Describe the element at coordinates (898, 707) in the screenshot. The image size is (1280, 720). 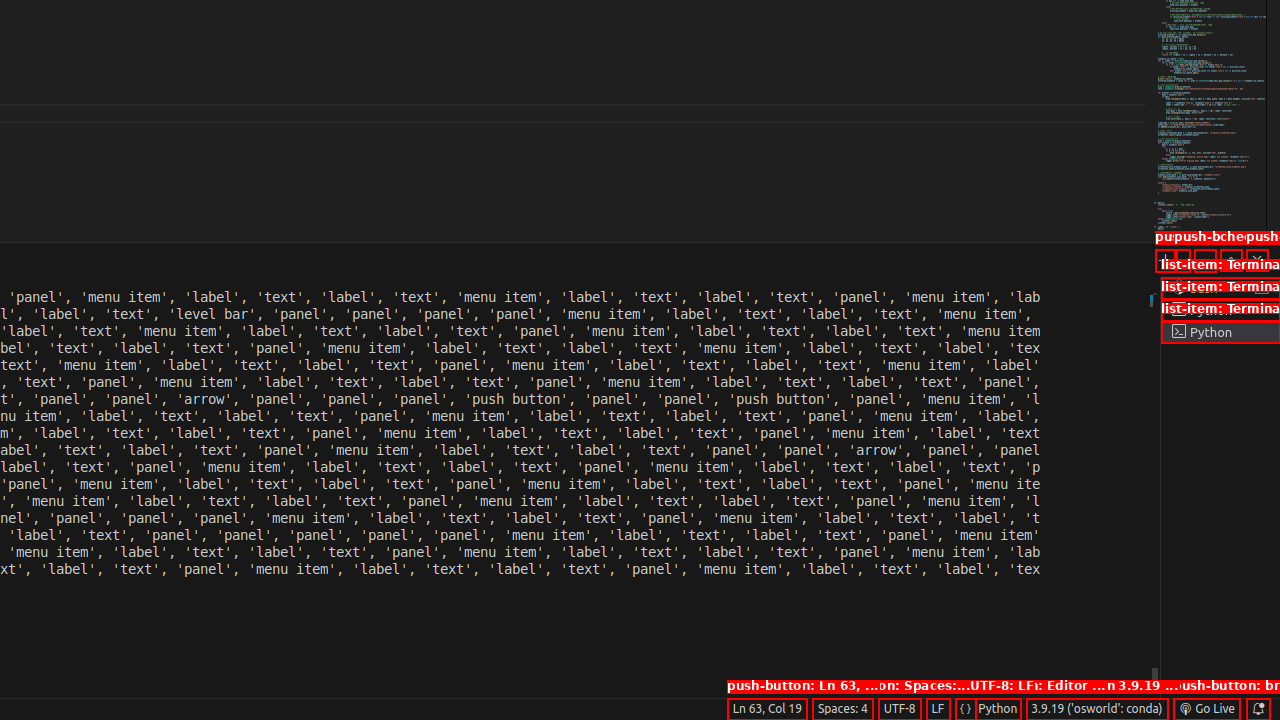
I see `'UTF-8'` at that location.